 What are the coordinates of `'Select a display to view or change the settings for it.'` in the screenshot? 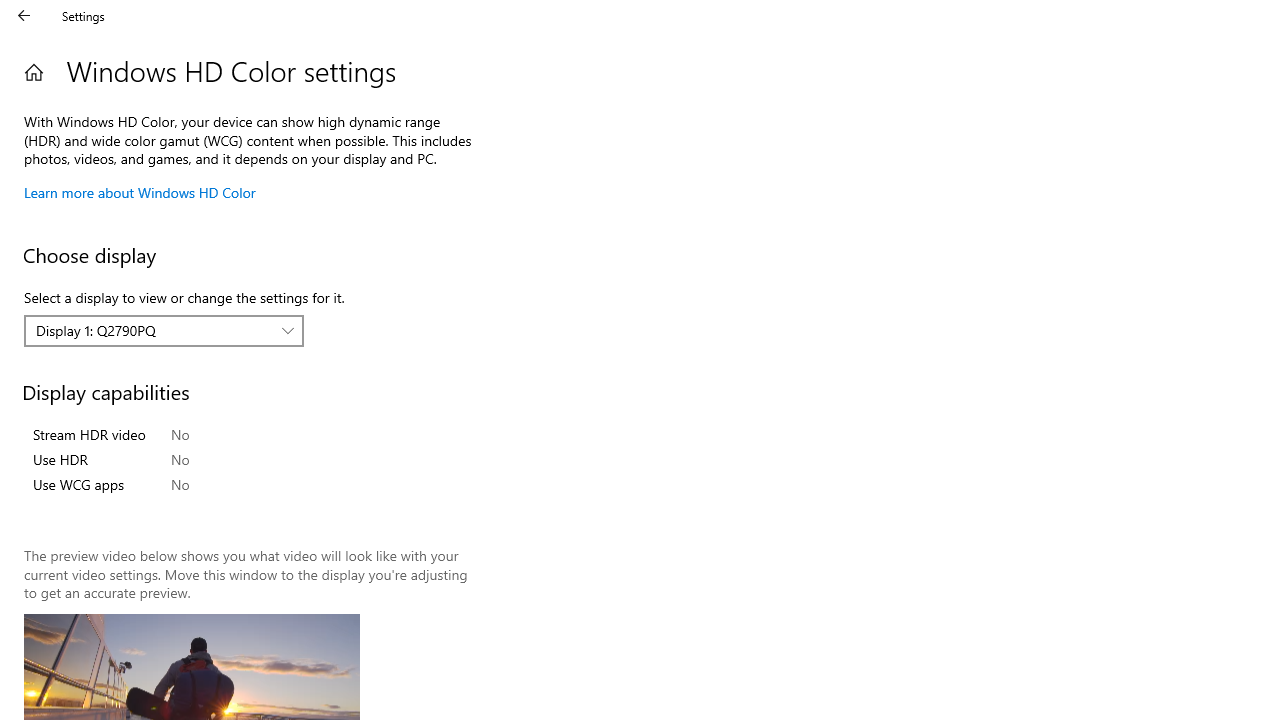 It's located at (164, 330).